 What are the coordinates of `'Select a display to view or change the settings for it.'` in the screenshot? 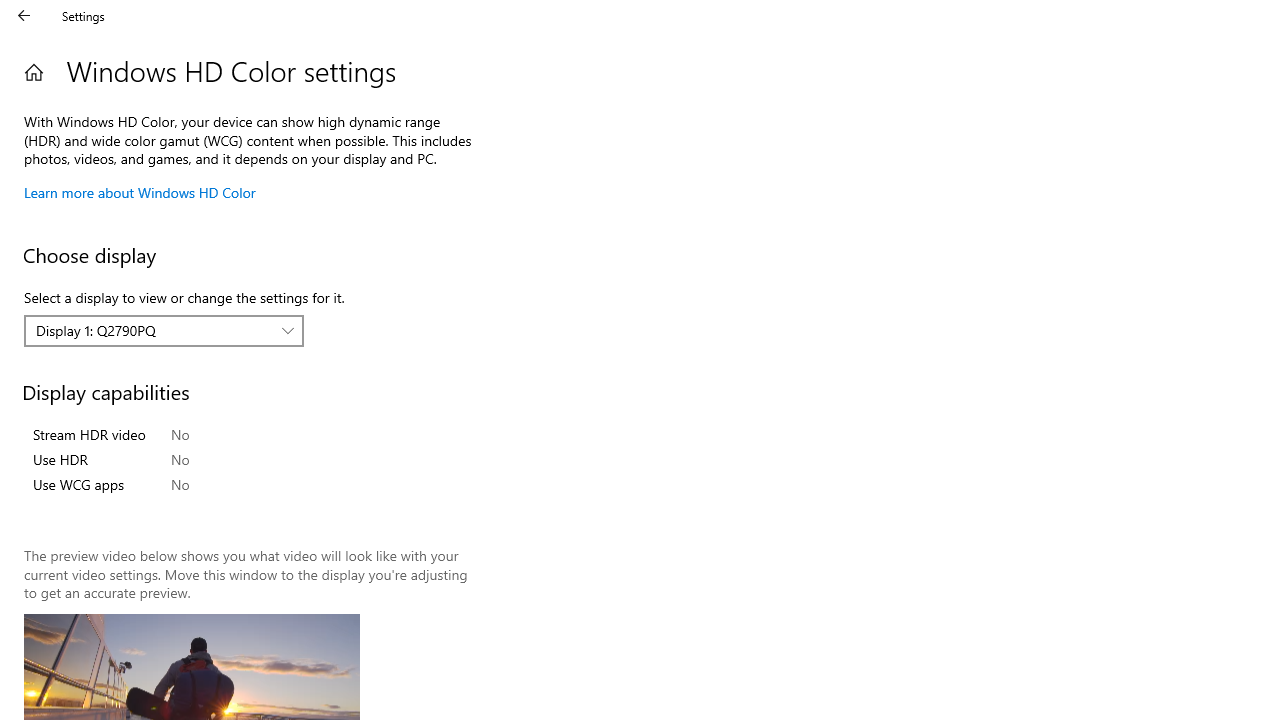 It's located at (164, 330).